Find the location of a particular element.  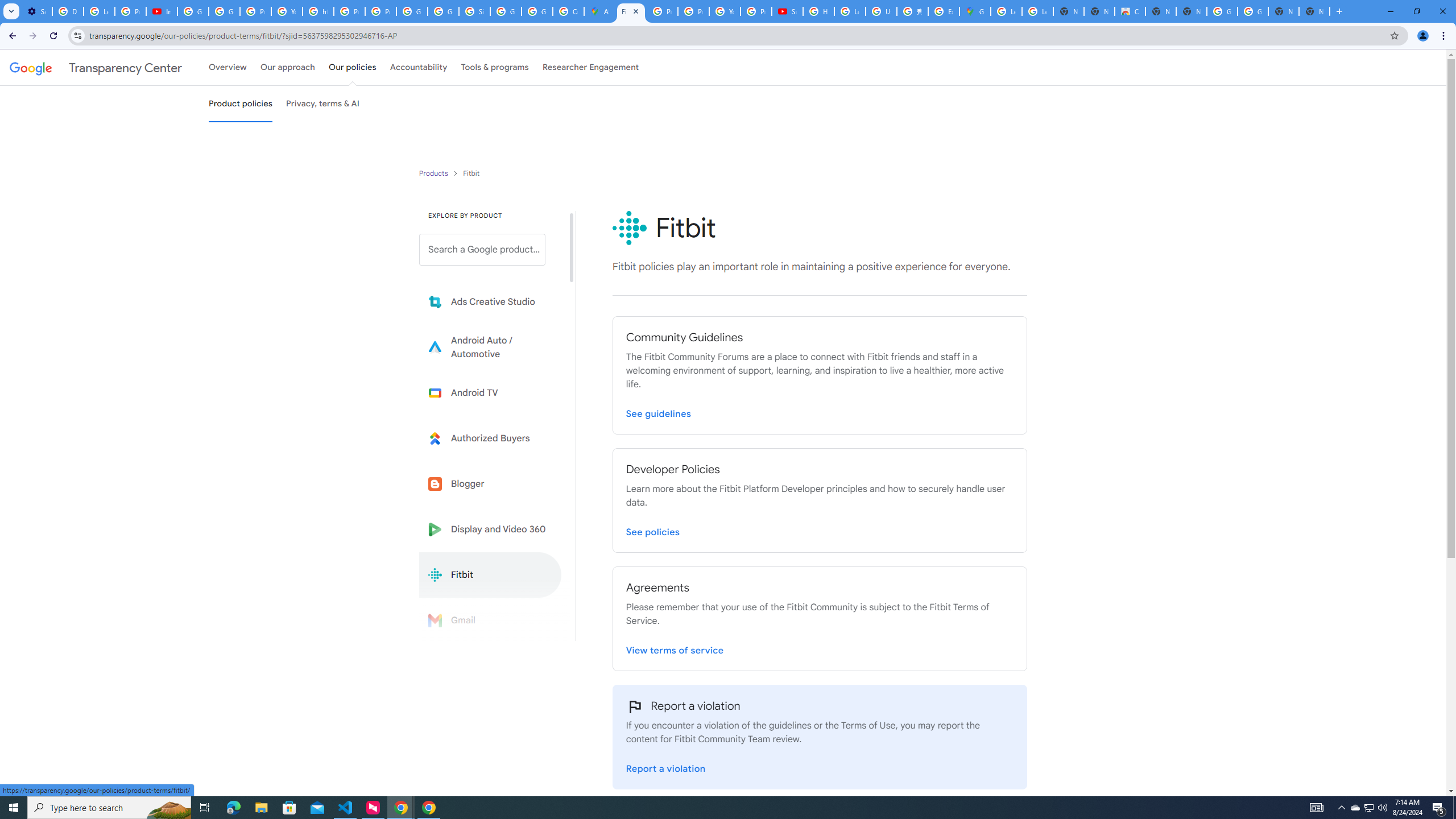

'Fitbit' is located at coordinates (490, 574).